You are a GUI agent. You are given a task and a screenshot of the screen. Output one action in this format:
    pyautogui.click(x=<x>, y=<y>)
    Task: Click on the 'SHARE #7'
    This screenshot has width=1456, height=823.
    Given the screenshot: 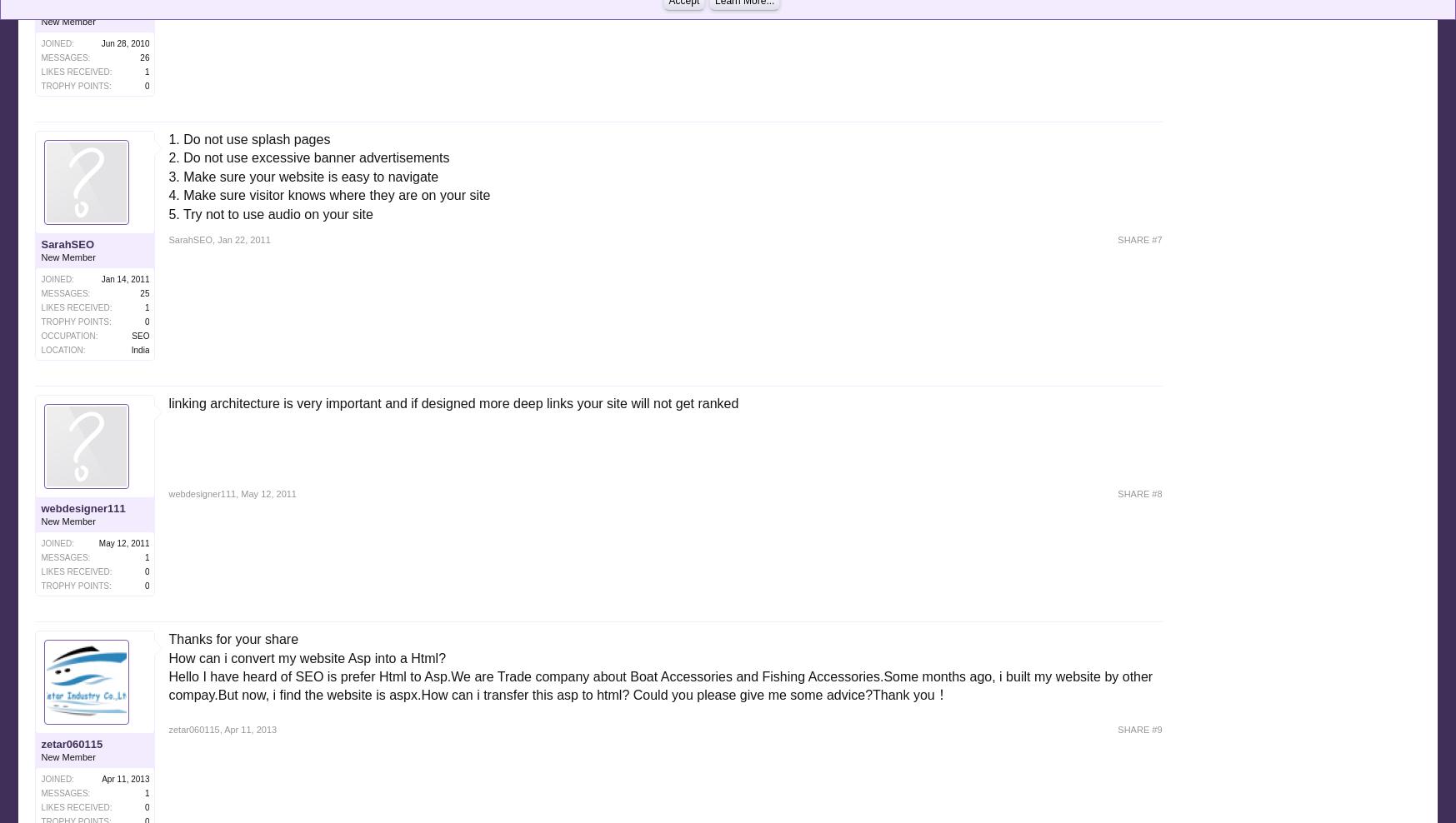 What is the action you would take?
    pyautogui.click(x=1139, y=239)
    